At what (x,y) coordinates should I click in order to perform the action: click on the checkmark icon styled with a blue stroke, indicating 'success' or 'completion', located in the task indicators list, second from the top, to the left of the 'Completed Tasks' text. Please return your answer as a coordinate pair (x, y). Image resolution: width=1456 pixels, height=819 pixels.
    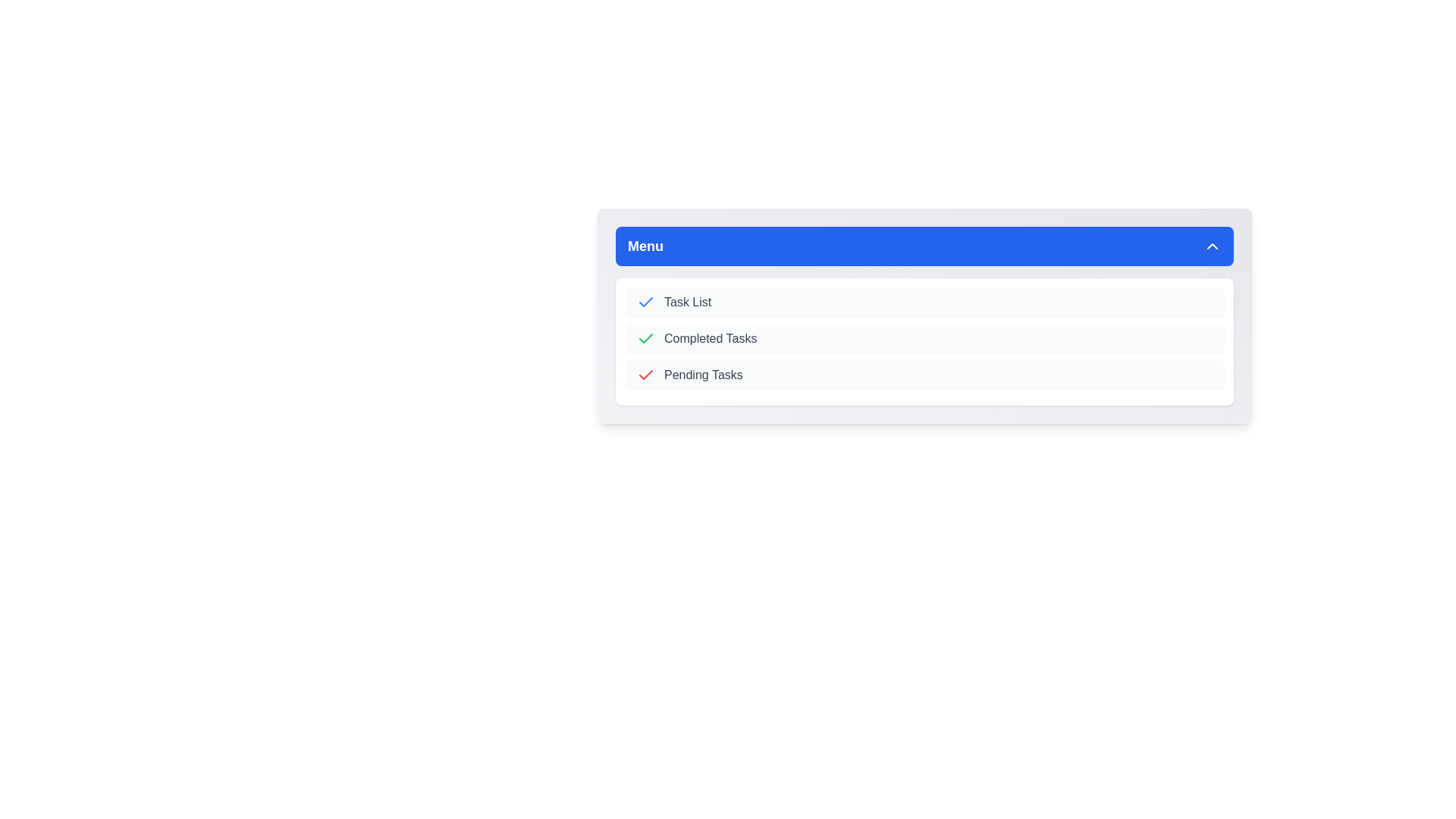
    Looking at the image, I should click on (645, 302).